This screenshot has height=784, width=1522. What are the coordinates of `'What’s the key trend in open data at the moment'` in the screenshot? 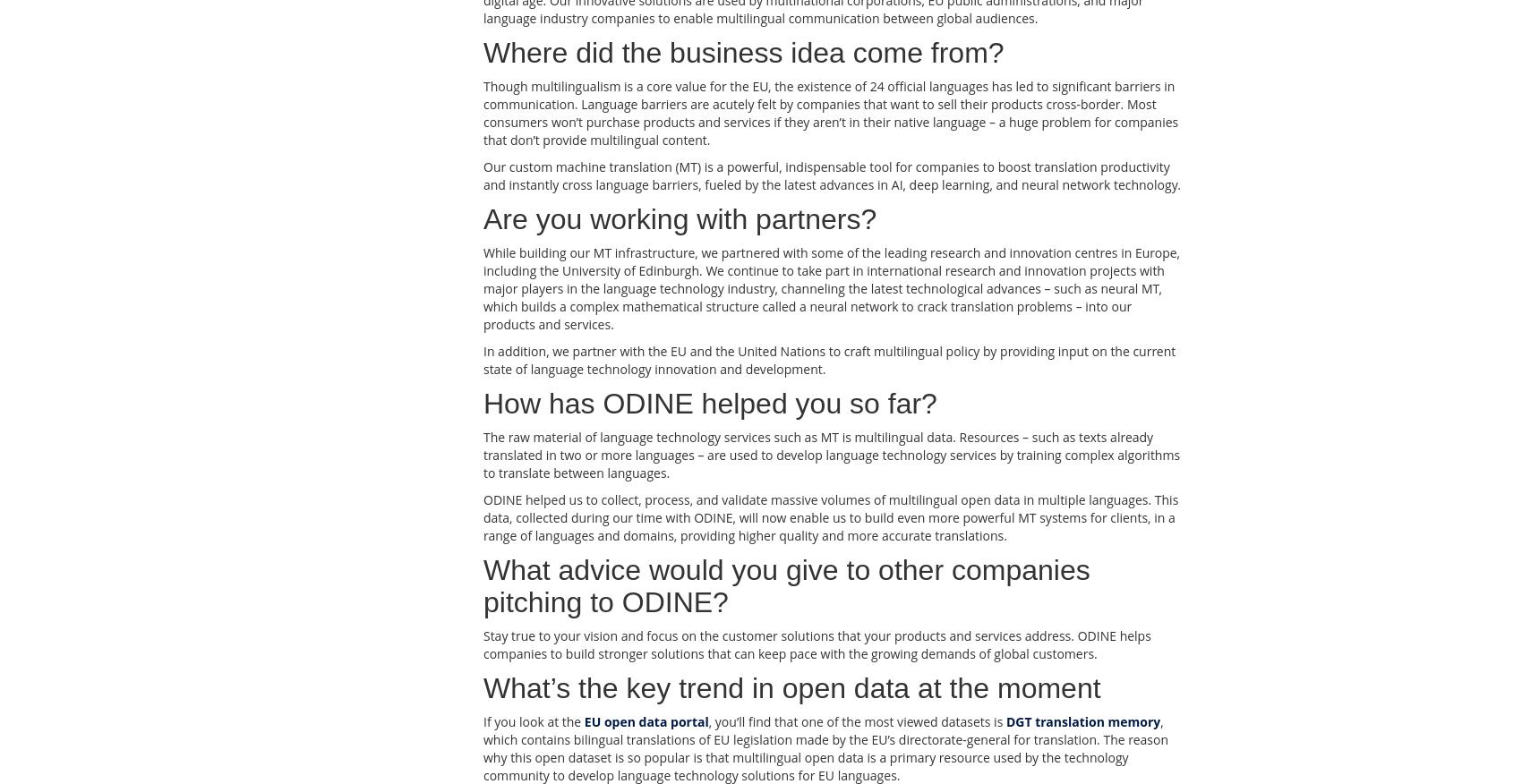 It's located at (791, 687).